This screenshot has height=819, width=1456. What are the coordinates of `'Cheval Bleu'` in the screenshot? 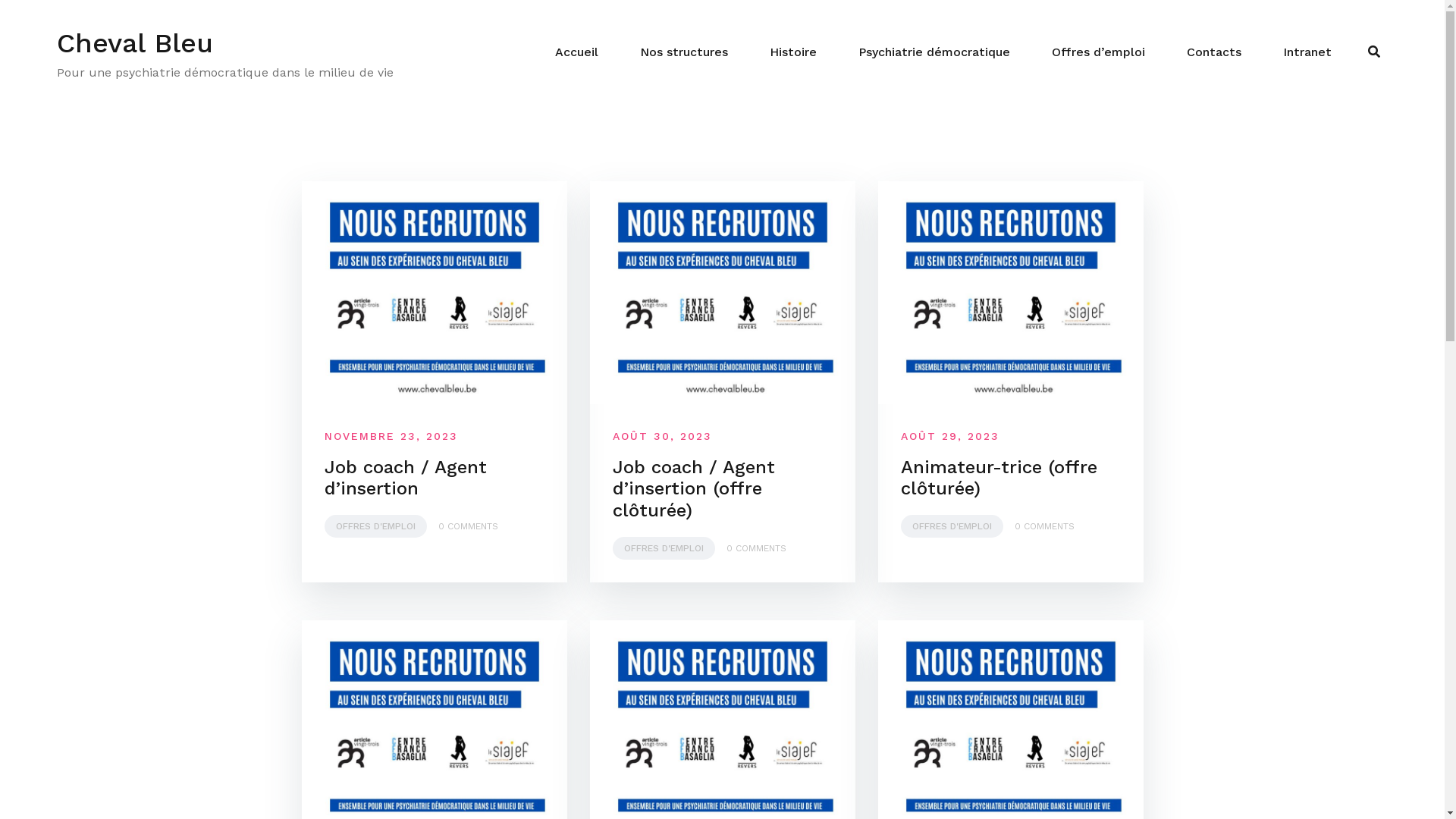 It's located at (134, 42).